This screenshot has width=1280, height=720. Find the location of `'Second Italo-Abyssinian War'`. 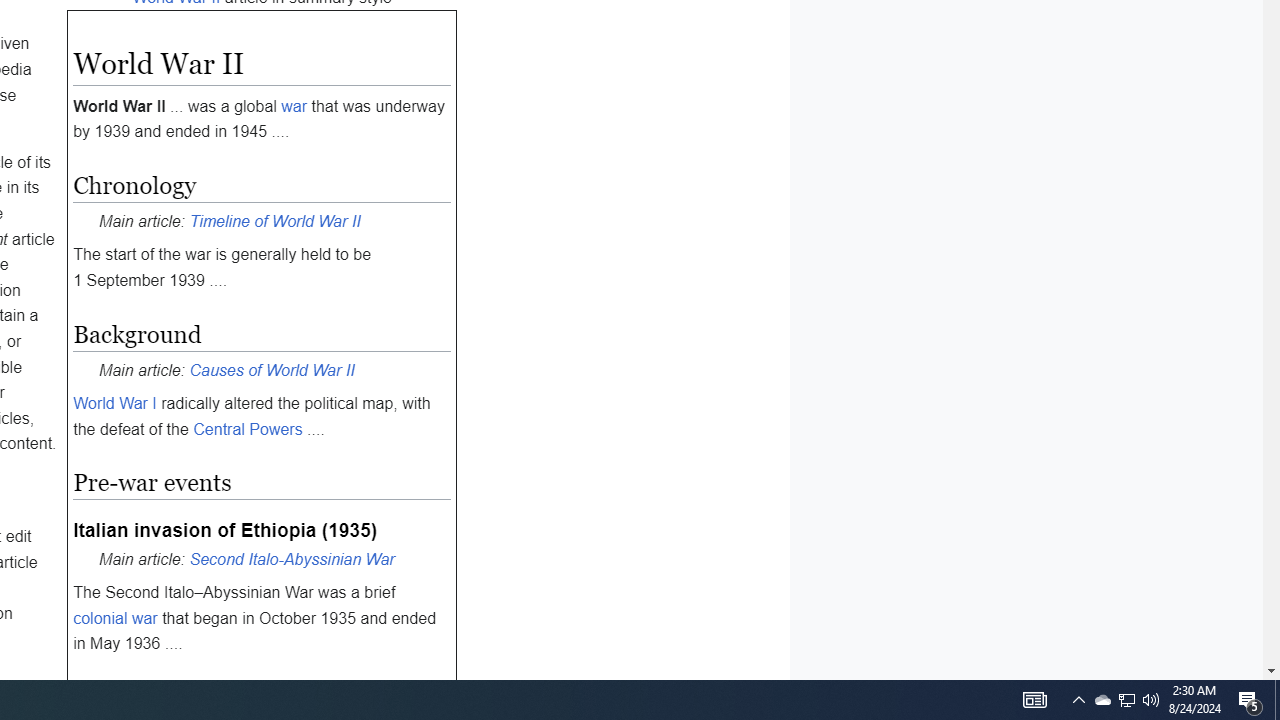

'Second Italo-Abyssinian War' is located at coordinates (291, 559).